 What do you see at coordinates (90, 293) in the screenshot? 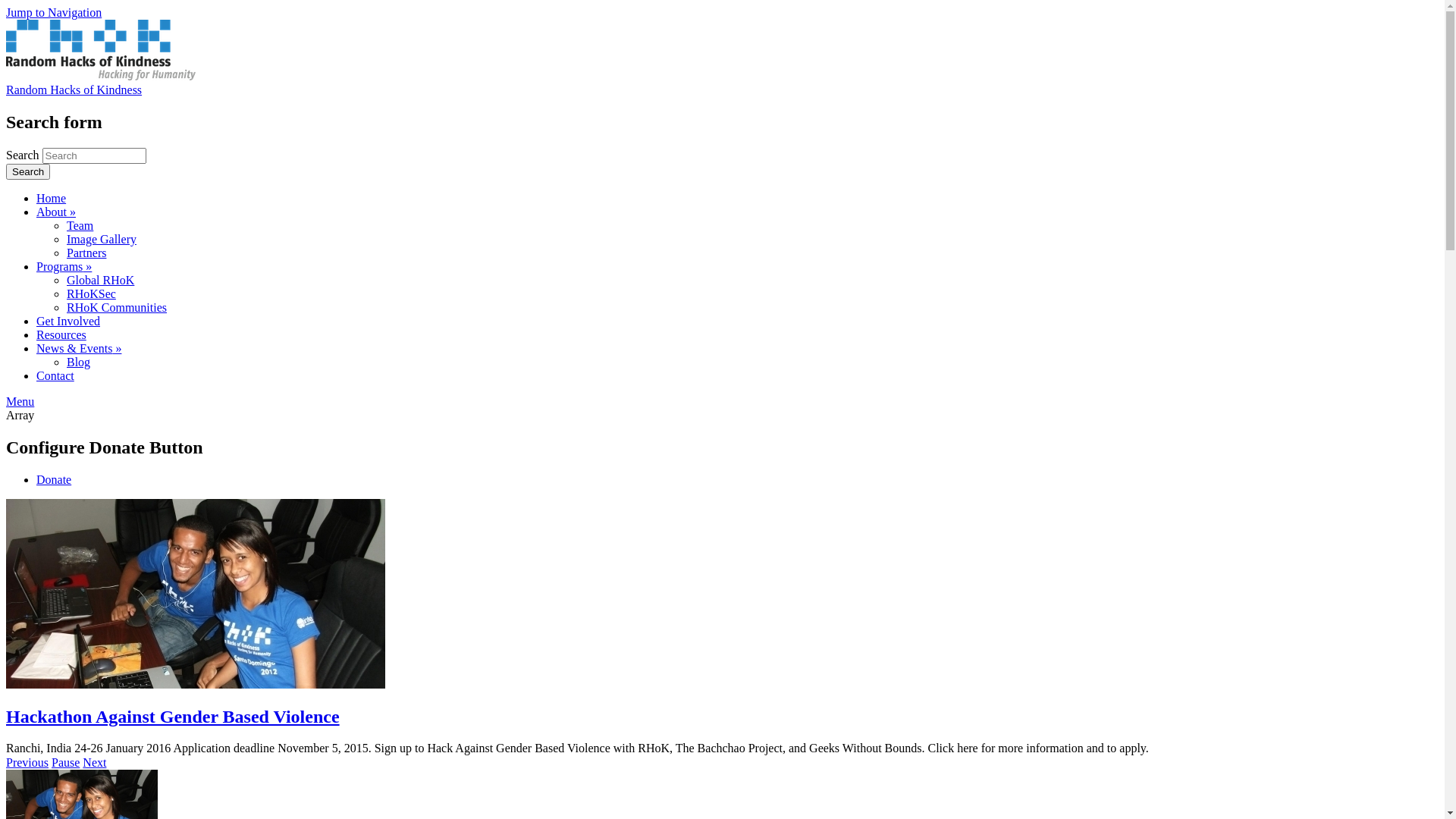
I see `'RHoKSec'` at bounding box center [90, 293].